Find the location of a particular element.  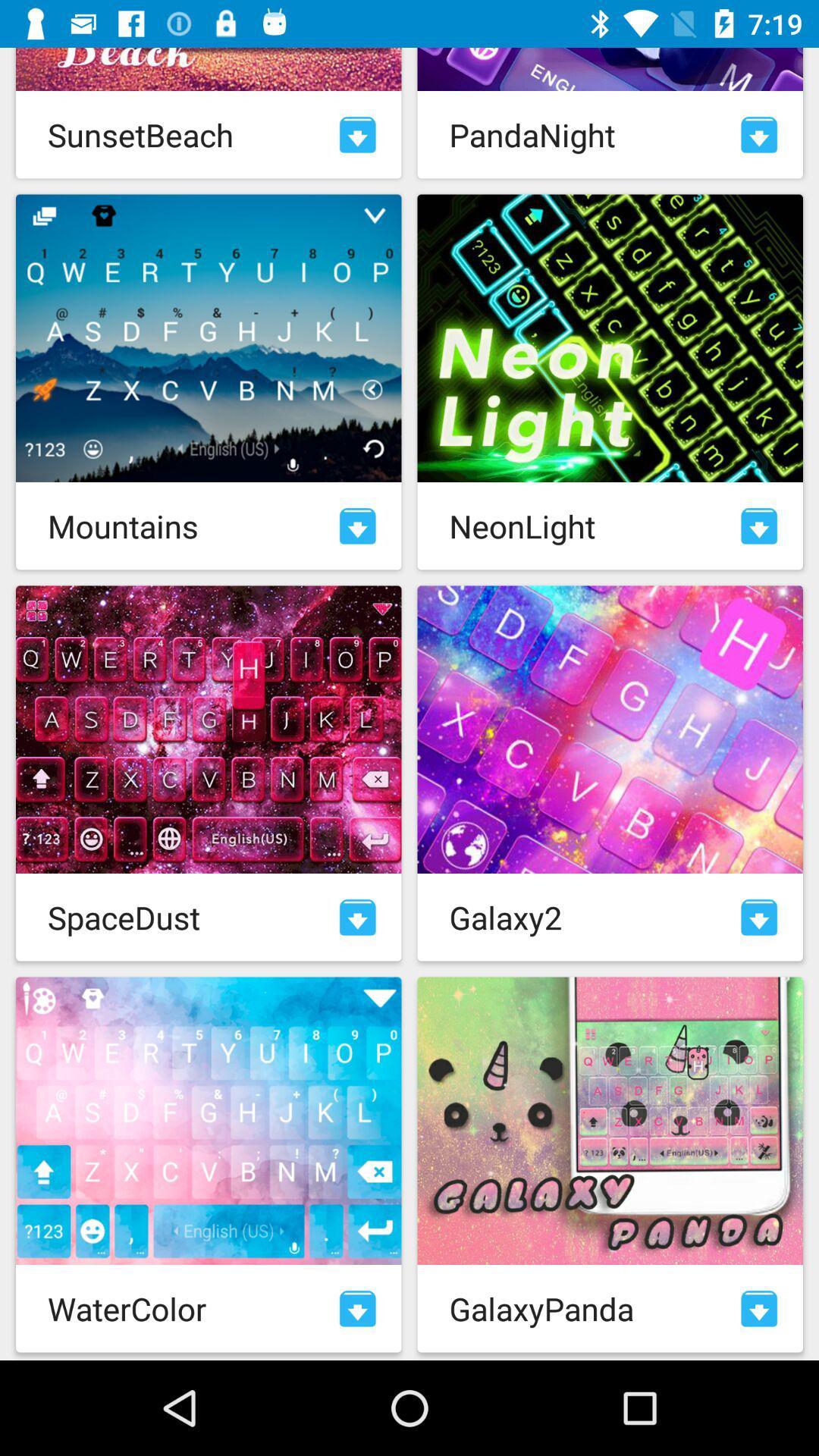

download skin is located at coordinates (759, 526).